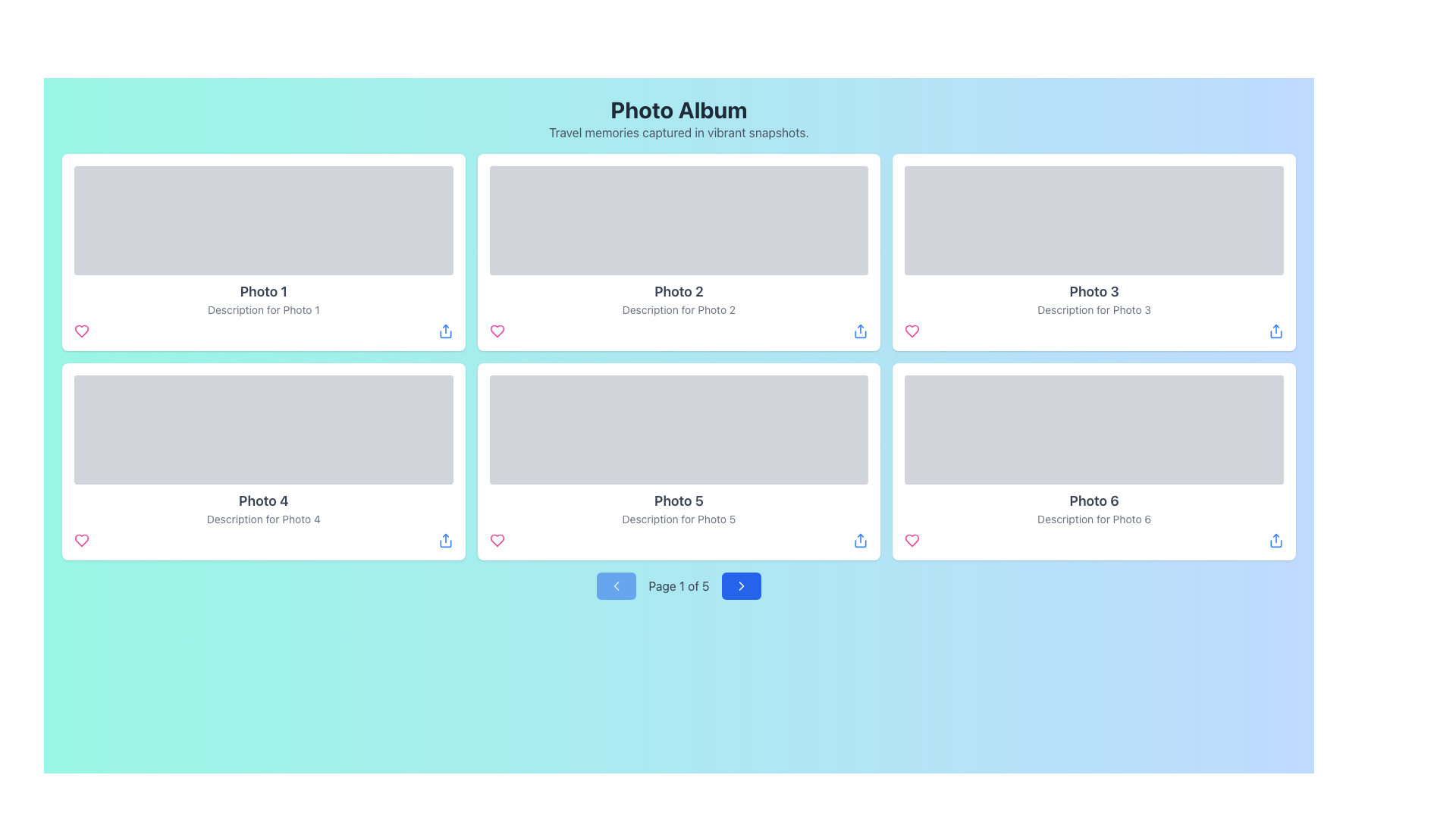 This screenshot has width=1456, height=819. I want to click on the main title of the page, which is positioned at the top of the application layout above the subtitle 'Travel memories captured in vibrant snapshots.', so click(678, 109).